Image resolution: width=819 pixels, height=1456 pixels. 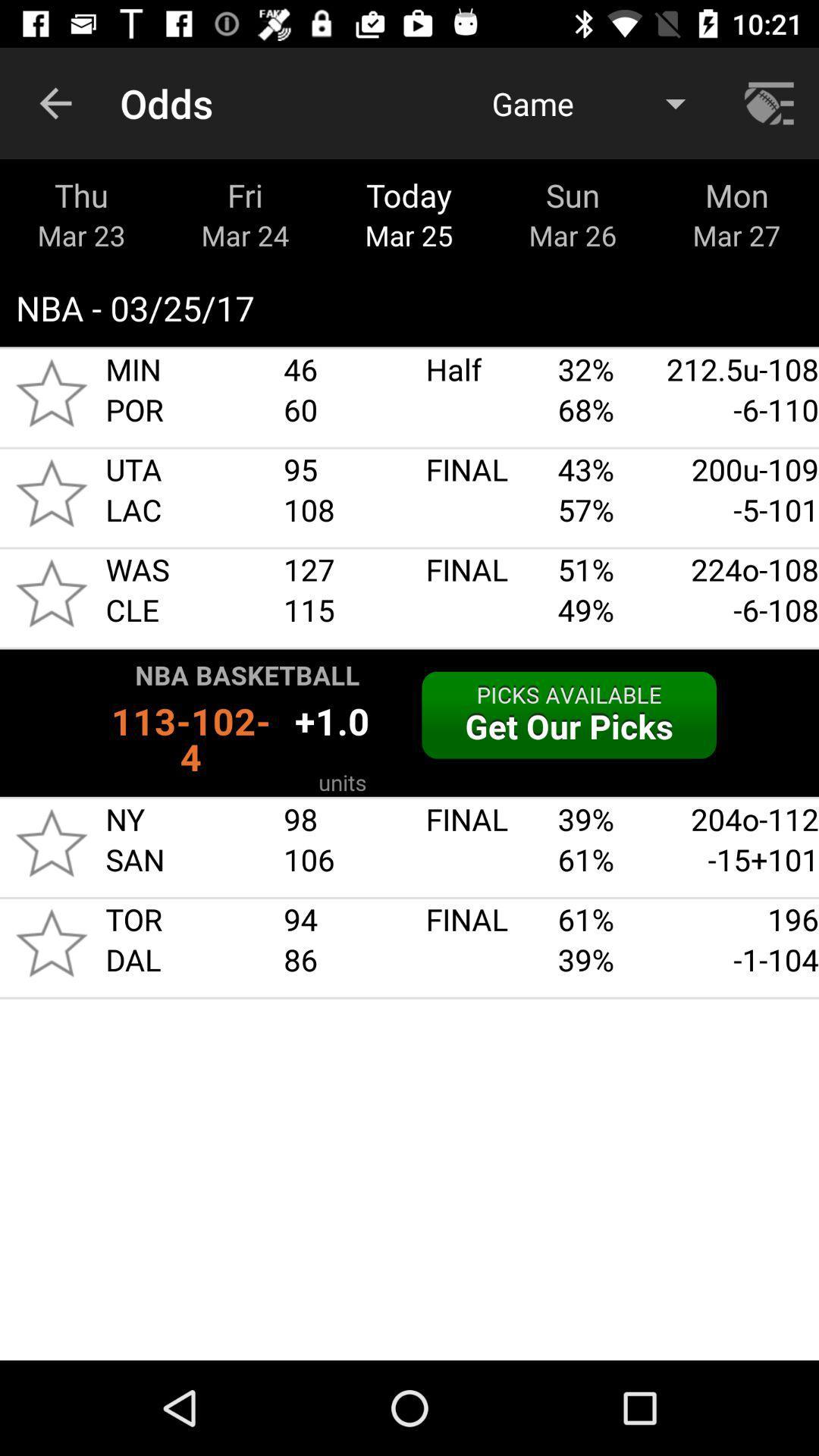 I want to click on reting, so click(x=51, y=493).